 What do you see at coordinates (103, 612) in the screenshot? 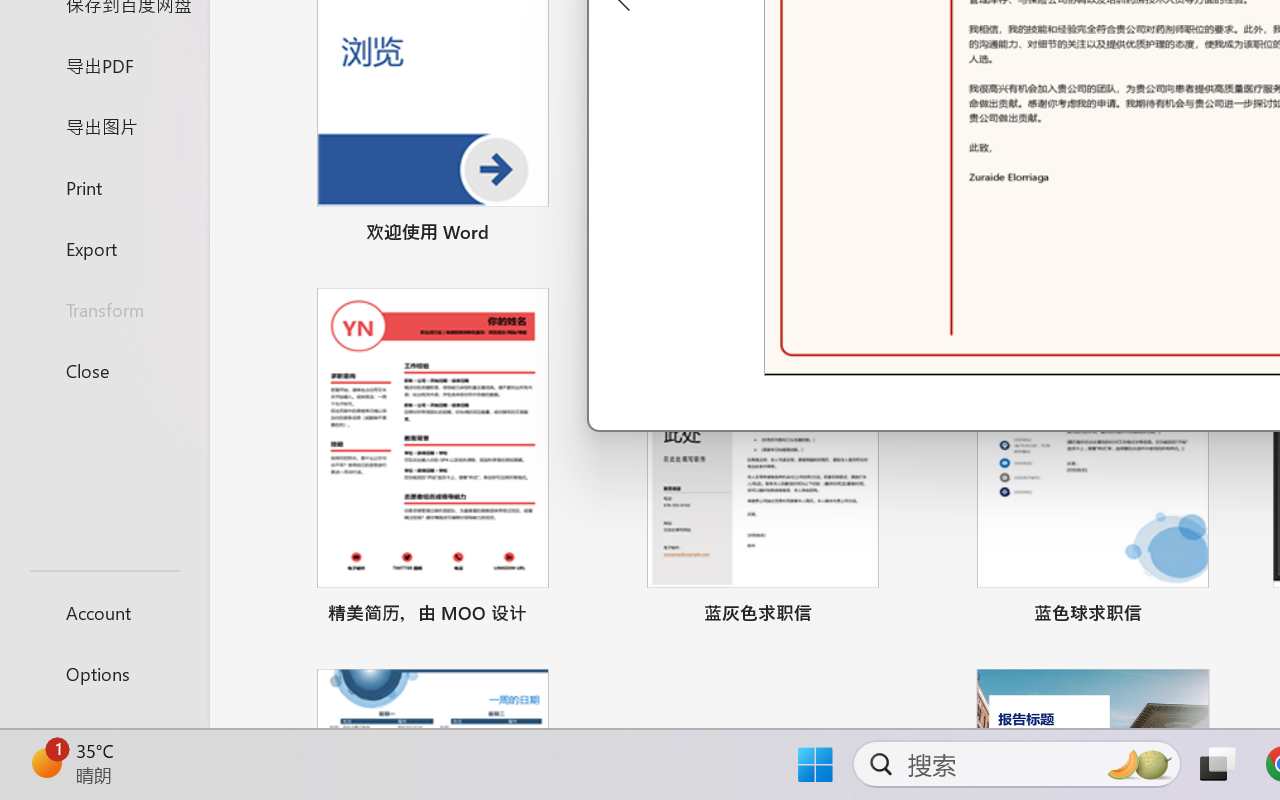
I see `'Account'` at bounding box center [103, 612].